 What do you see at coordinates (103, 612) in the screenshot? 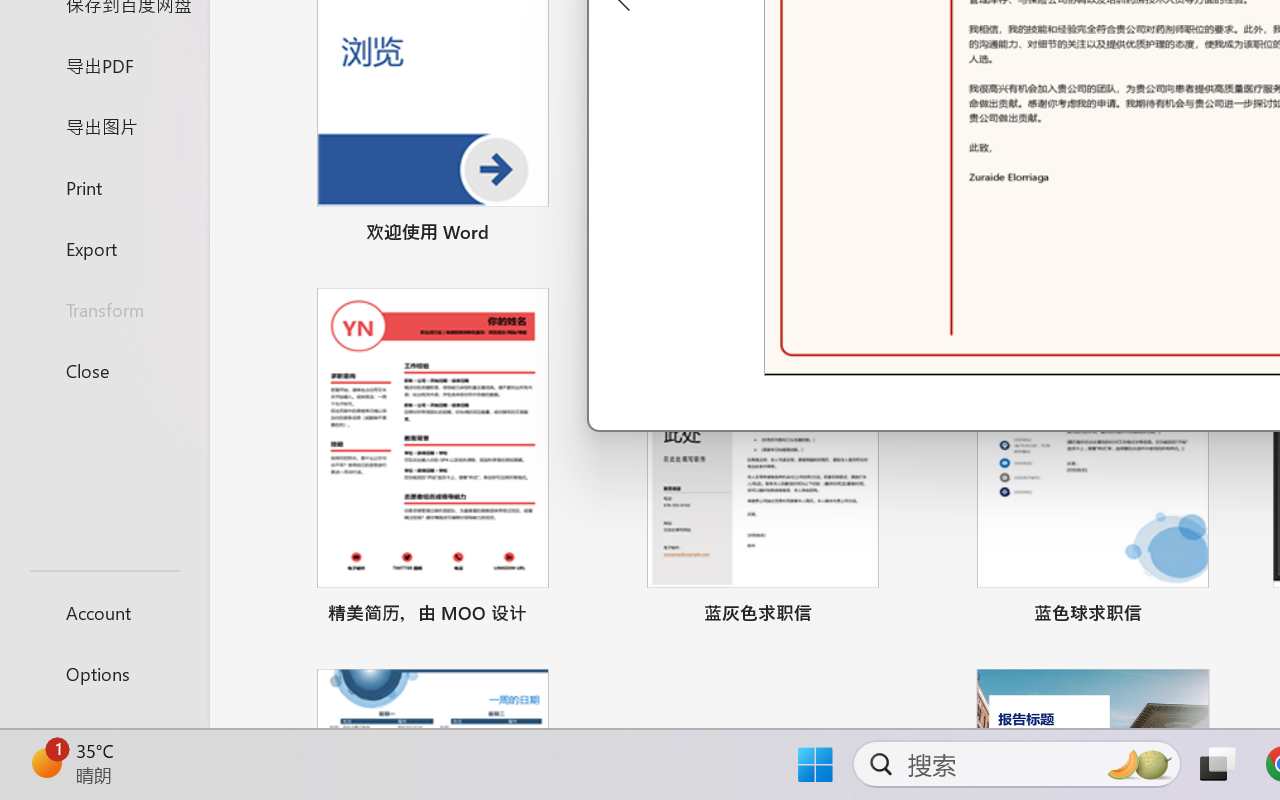
I see `'Account'` at bounding box center [103, 612].